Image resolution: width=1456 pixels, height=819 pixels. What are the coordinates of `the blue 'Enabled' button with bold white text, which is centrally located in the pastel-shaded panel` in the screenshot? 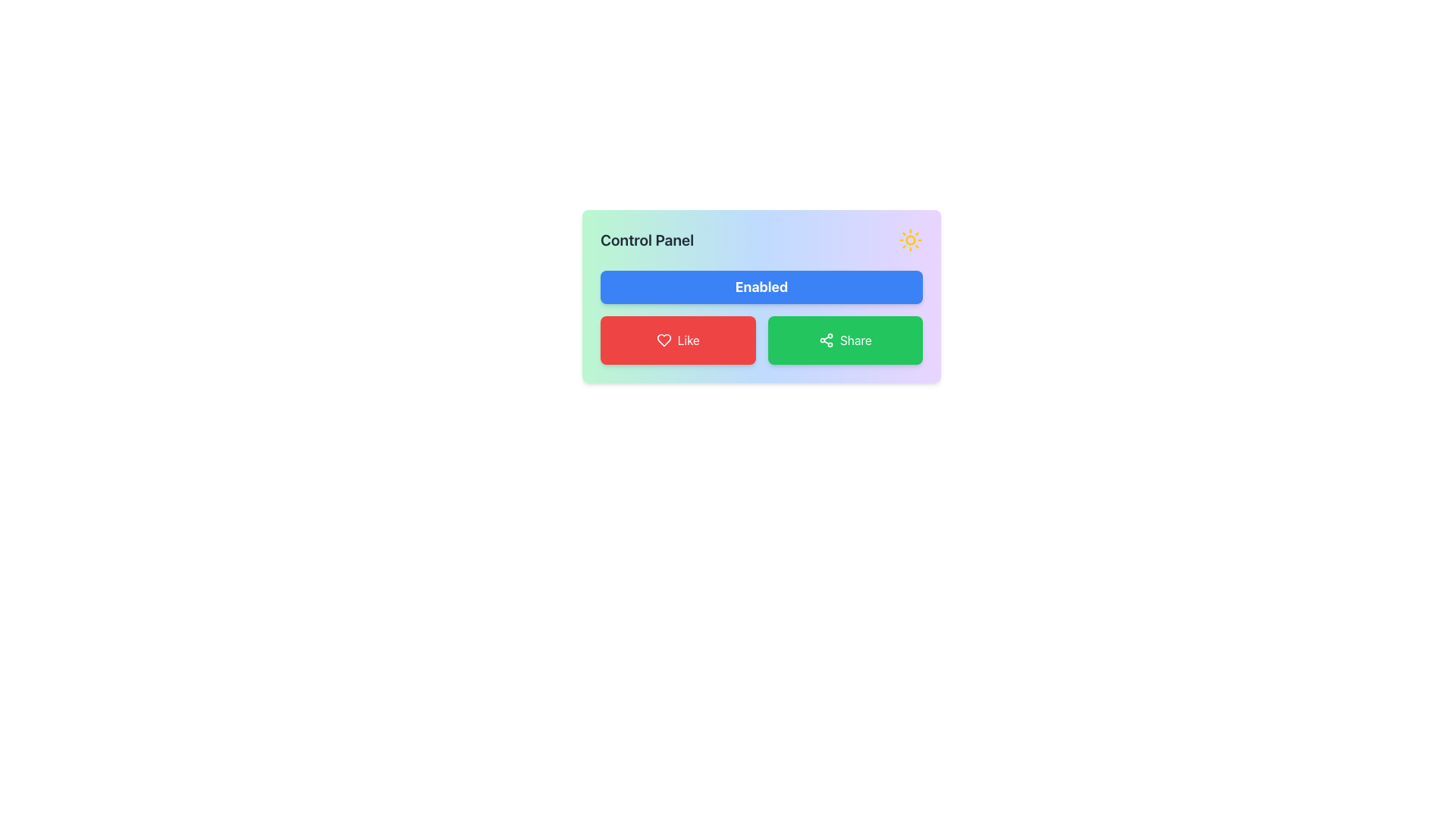 It's located at (761, 287).